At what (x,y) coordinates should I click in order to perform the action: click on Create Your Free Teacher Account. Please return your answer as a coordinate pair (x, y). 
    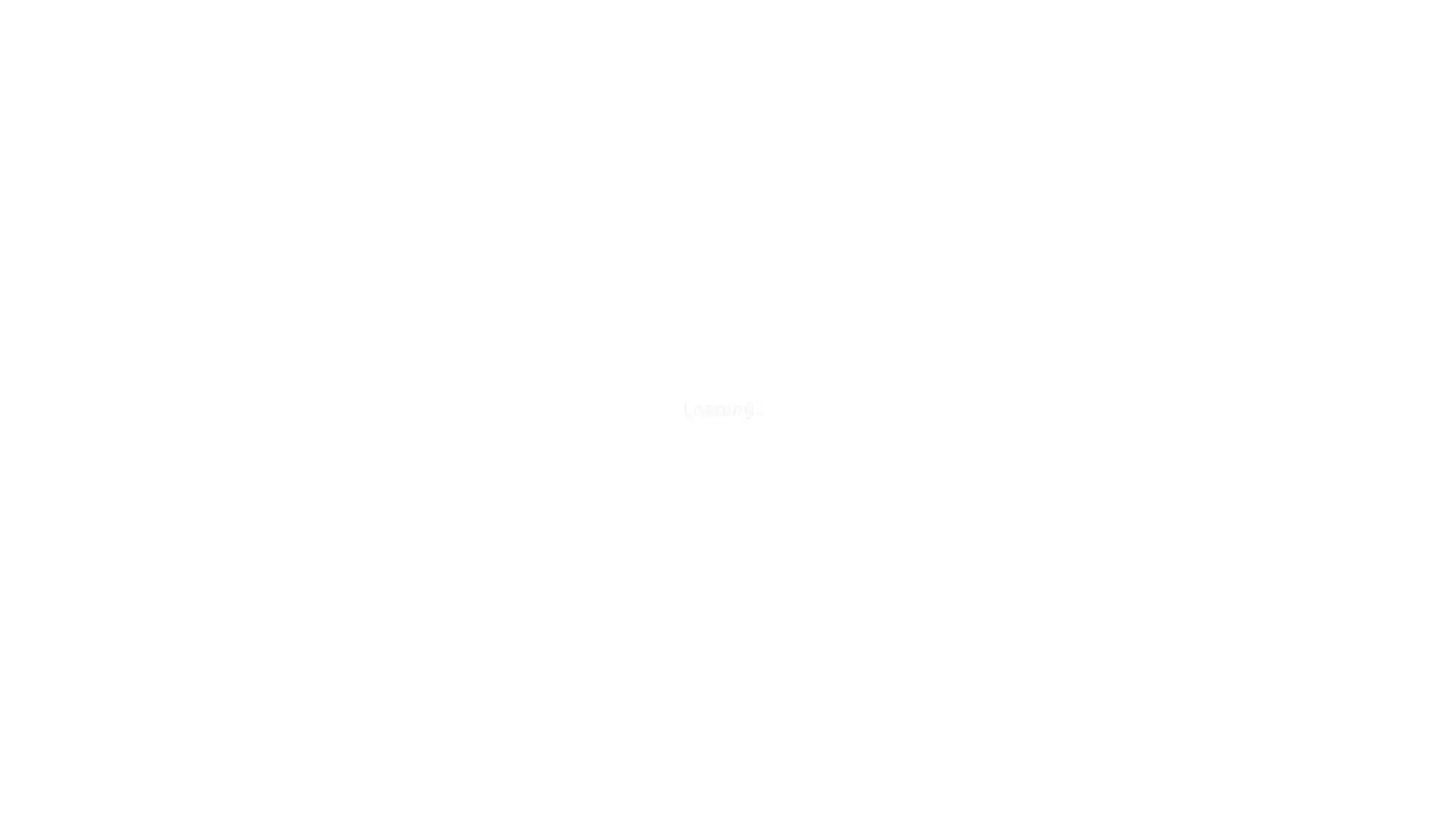
    Looking at the image, I should click on (516, 259).